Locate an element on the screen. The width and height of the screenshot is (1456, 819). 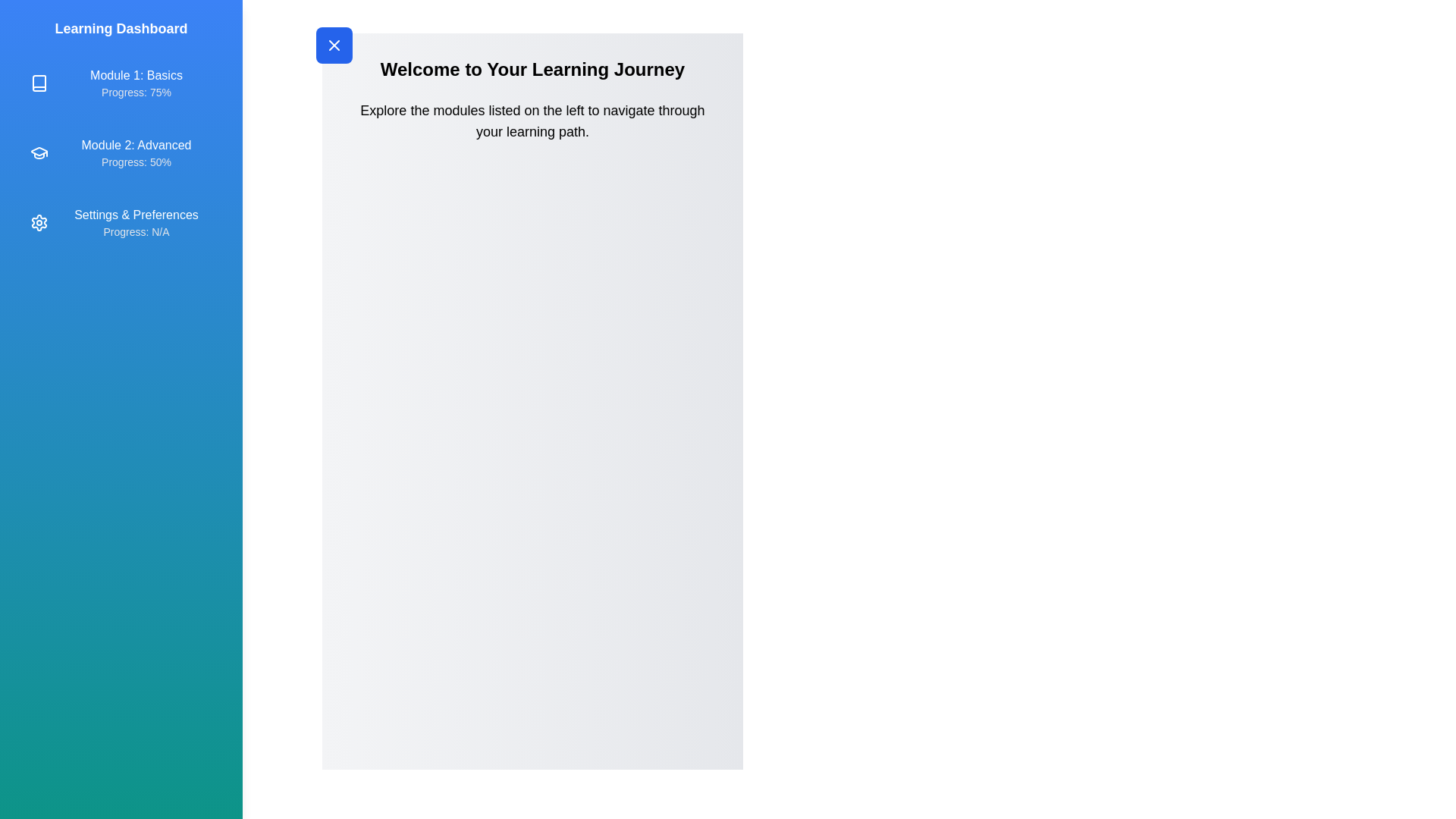
toggle button located at the top-left corner of the screen to toggle the drawer open or closed is located at coordinates (334, 45).